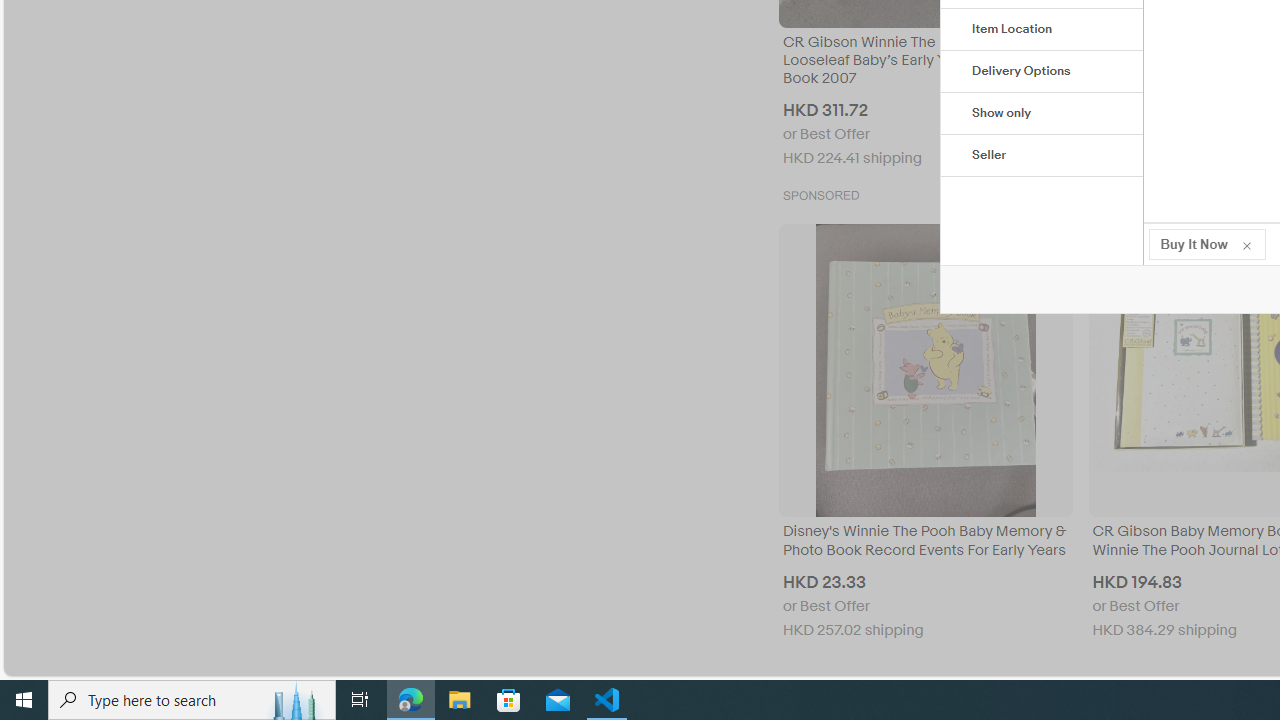 The image size is (1280, 720). I want to click on 'Delivery Options', so click(1041, 71).